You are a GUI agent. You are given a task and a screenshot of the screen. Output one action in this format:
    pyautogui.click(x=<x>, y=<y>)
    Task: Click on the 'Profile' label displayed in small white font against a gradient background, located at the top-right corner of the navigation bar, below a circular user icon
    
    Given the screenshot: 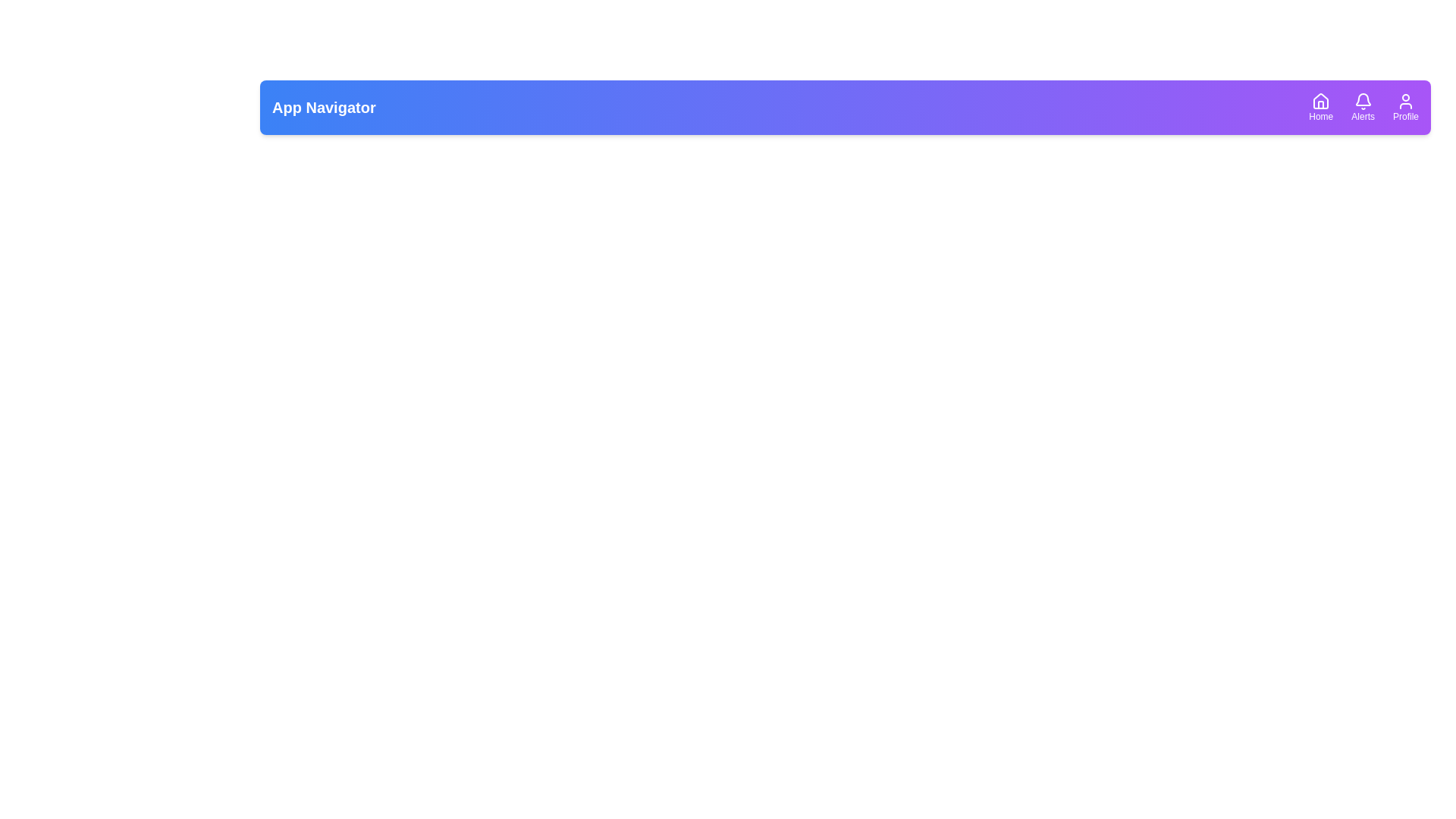 What is the action you would take?
    pyautogui.click(x=1404, y=116)
    